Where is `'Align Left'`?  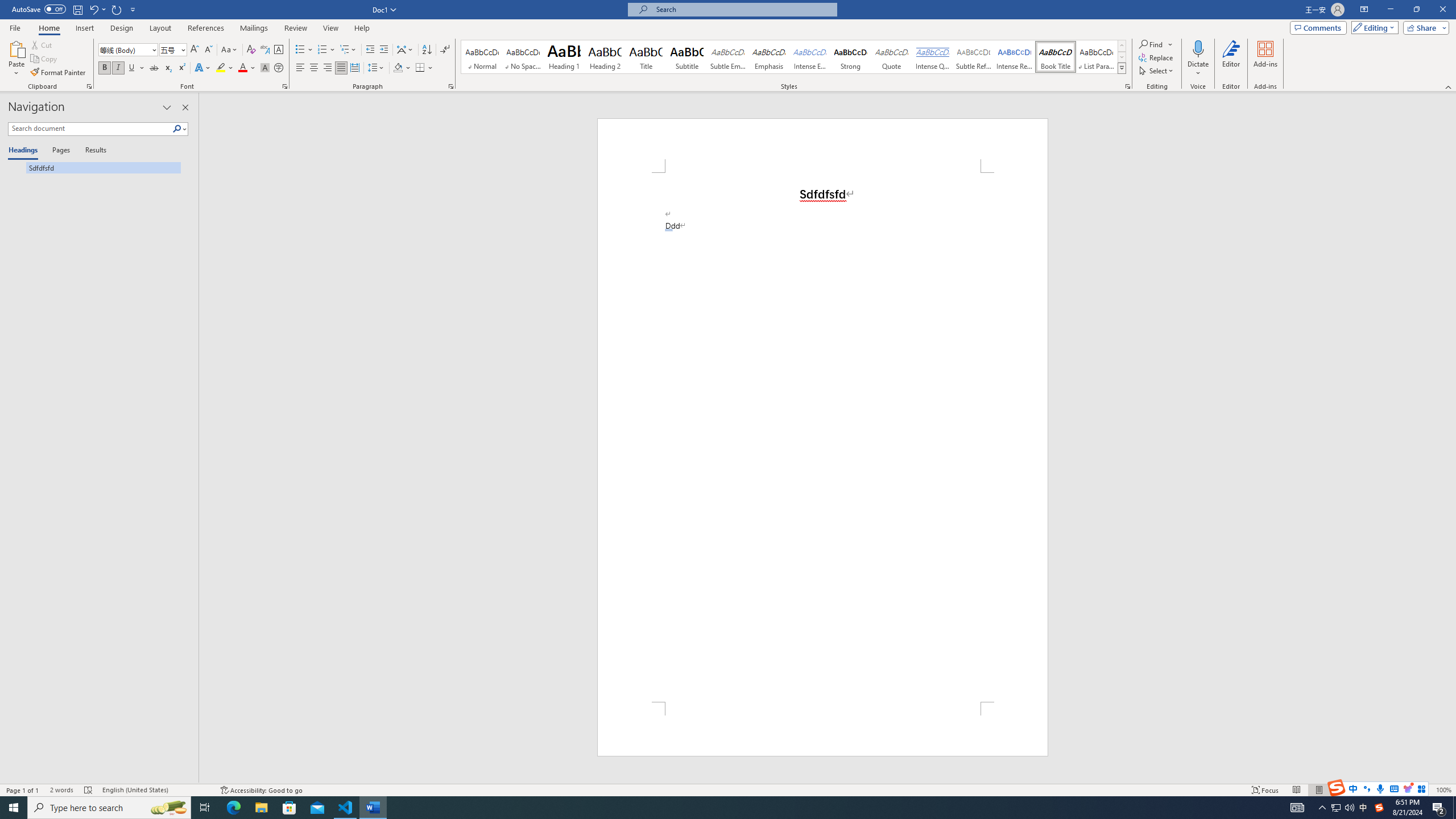
'Align Left' is located at coordinates (300, 67).